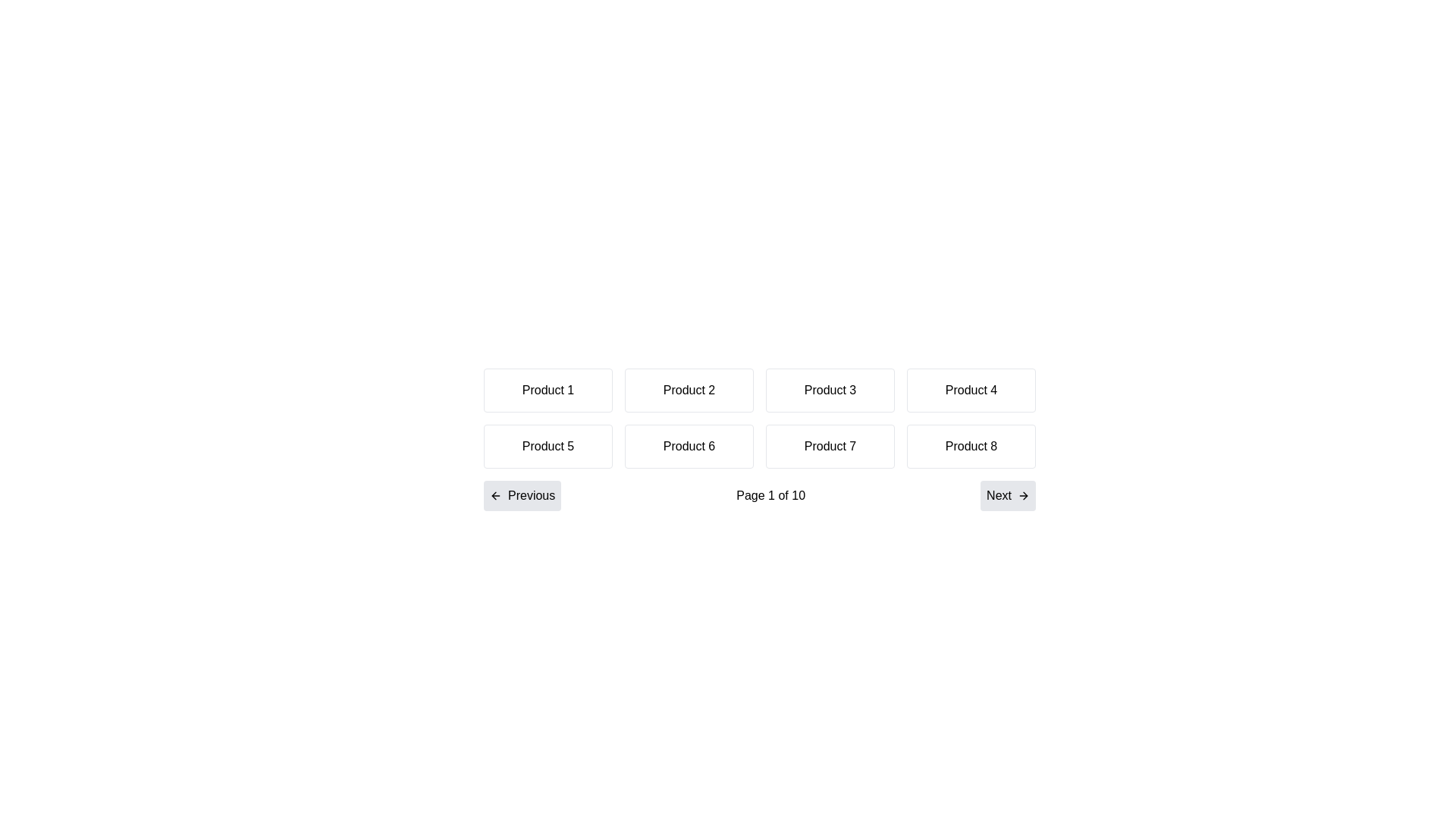 The image size is (1456, 819). Describe the element at coordinates (971, 390) in the screenshot. I see `the Grid Item for 'Product 4', which is the fourth item in the first row of a 4x2 grid layout` at that location.